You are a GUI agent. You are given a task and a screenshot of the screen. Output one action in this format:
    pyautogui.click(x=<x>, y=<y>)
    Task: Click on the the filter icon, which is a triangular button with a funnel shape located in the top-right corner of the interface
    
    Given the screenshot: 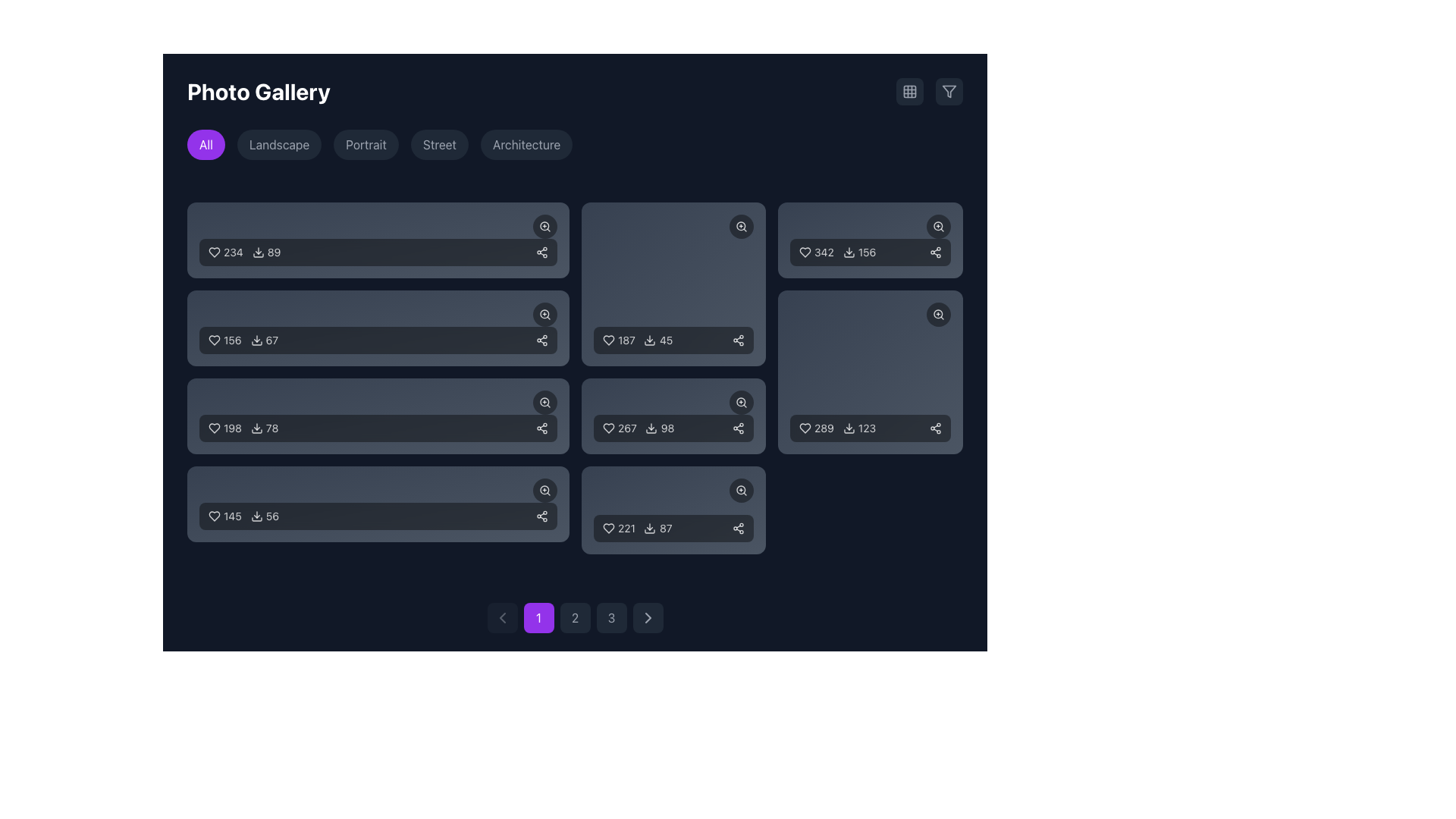 What is the action you would take?
    pyautogui.click(x=949, y=91)
    